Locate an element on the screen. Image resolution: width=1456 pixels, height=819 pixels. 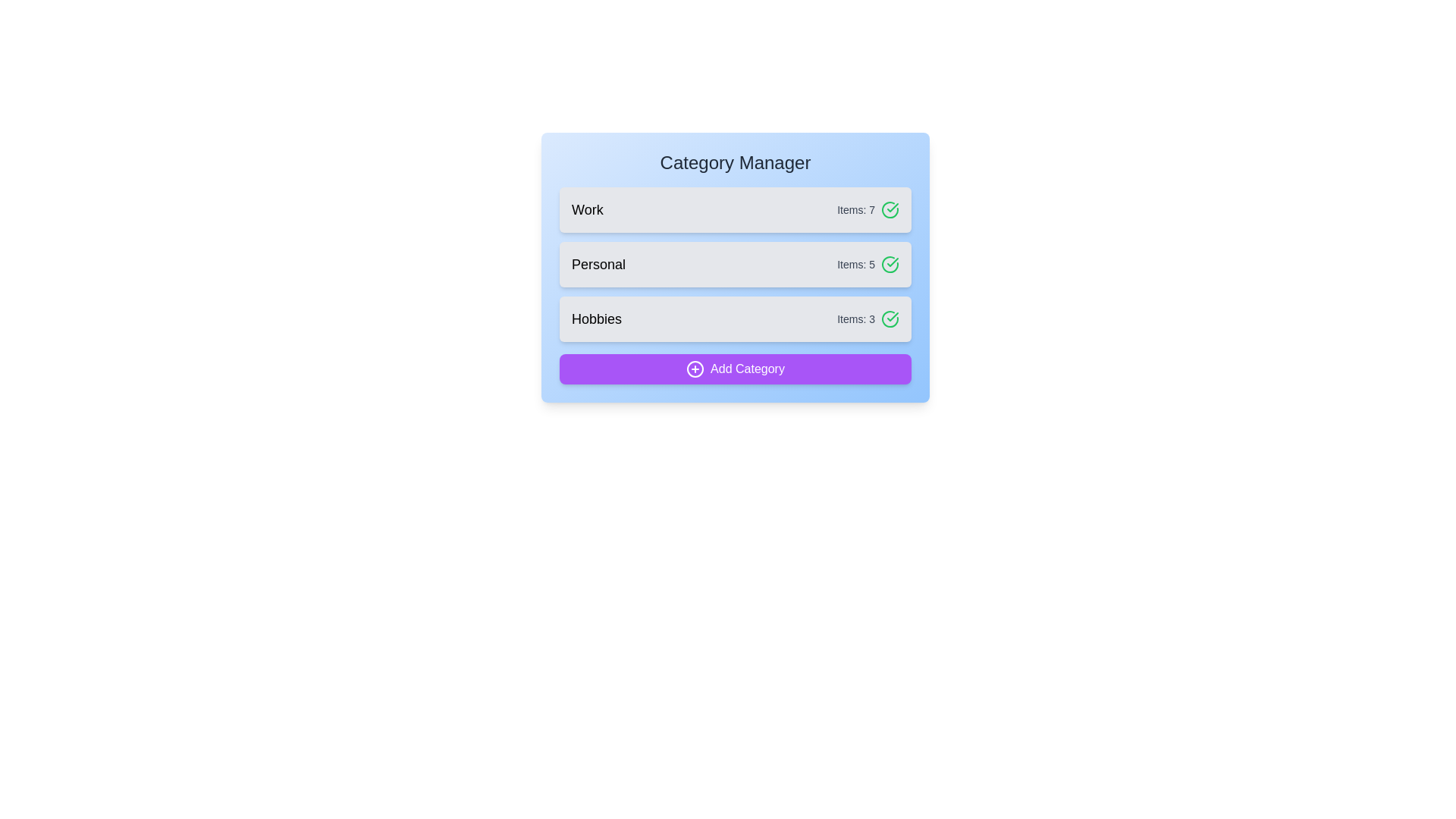
checkmark icon next to the Work category is located at coordinates (890, 210).